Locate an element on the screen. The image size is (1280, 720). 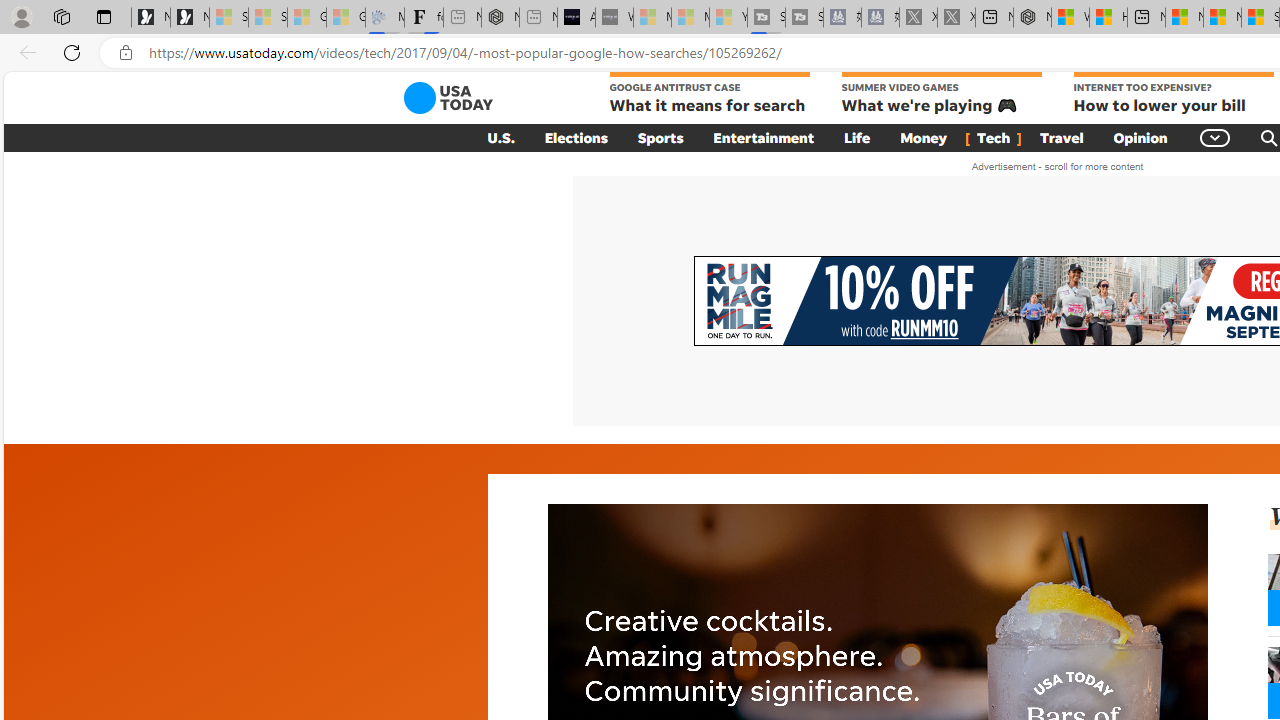
'Entertainment' is located at coordinates (763, 136).